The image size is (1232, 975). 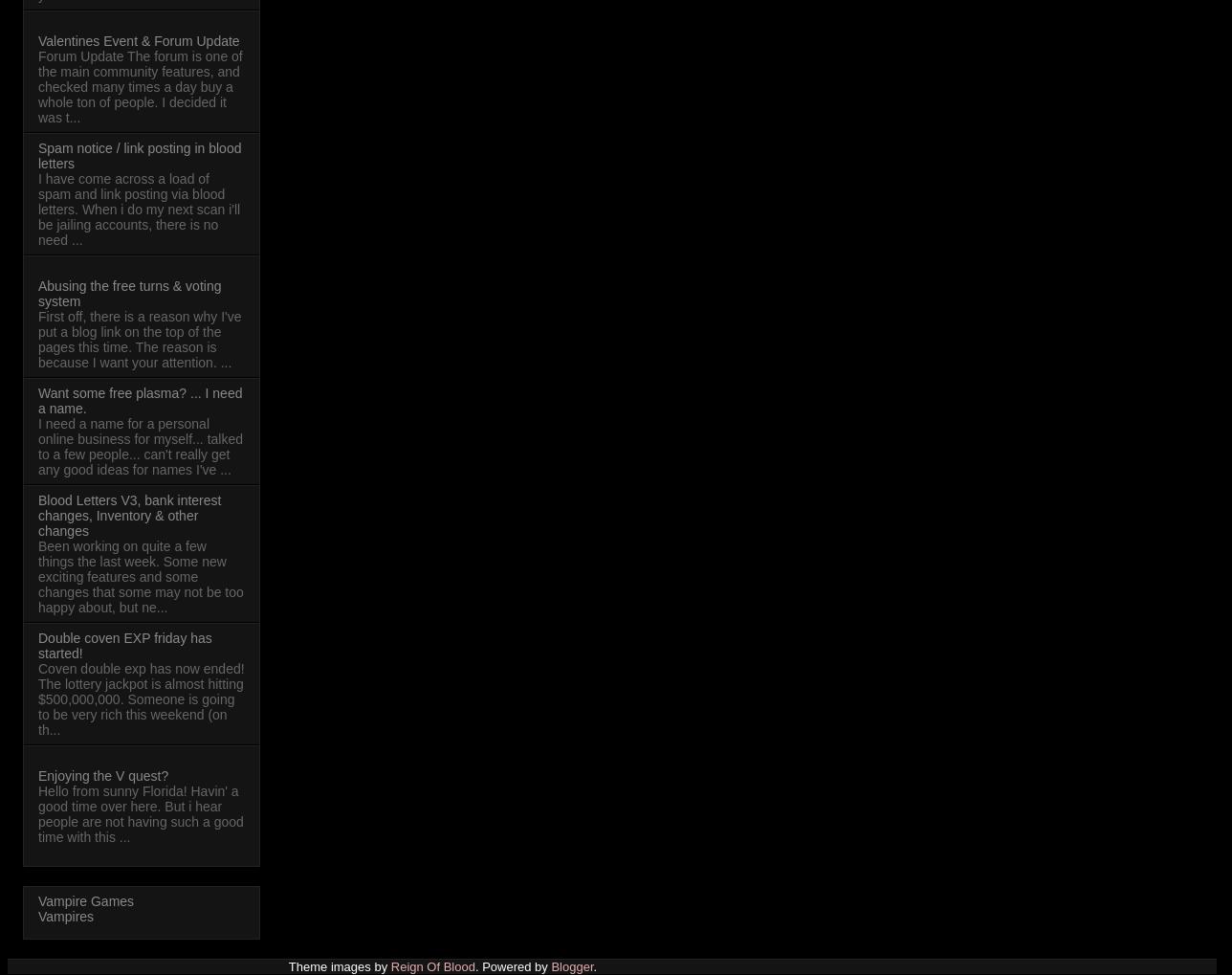 What do you see at coordinates (129, 515) in the screenshot?
I see `'Blood Letters V3, bank interest changes, Inventory & other changes'` at bounding box center [129, 515].